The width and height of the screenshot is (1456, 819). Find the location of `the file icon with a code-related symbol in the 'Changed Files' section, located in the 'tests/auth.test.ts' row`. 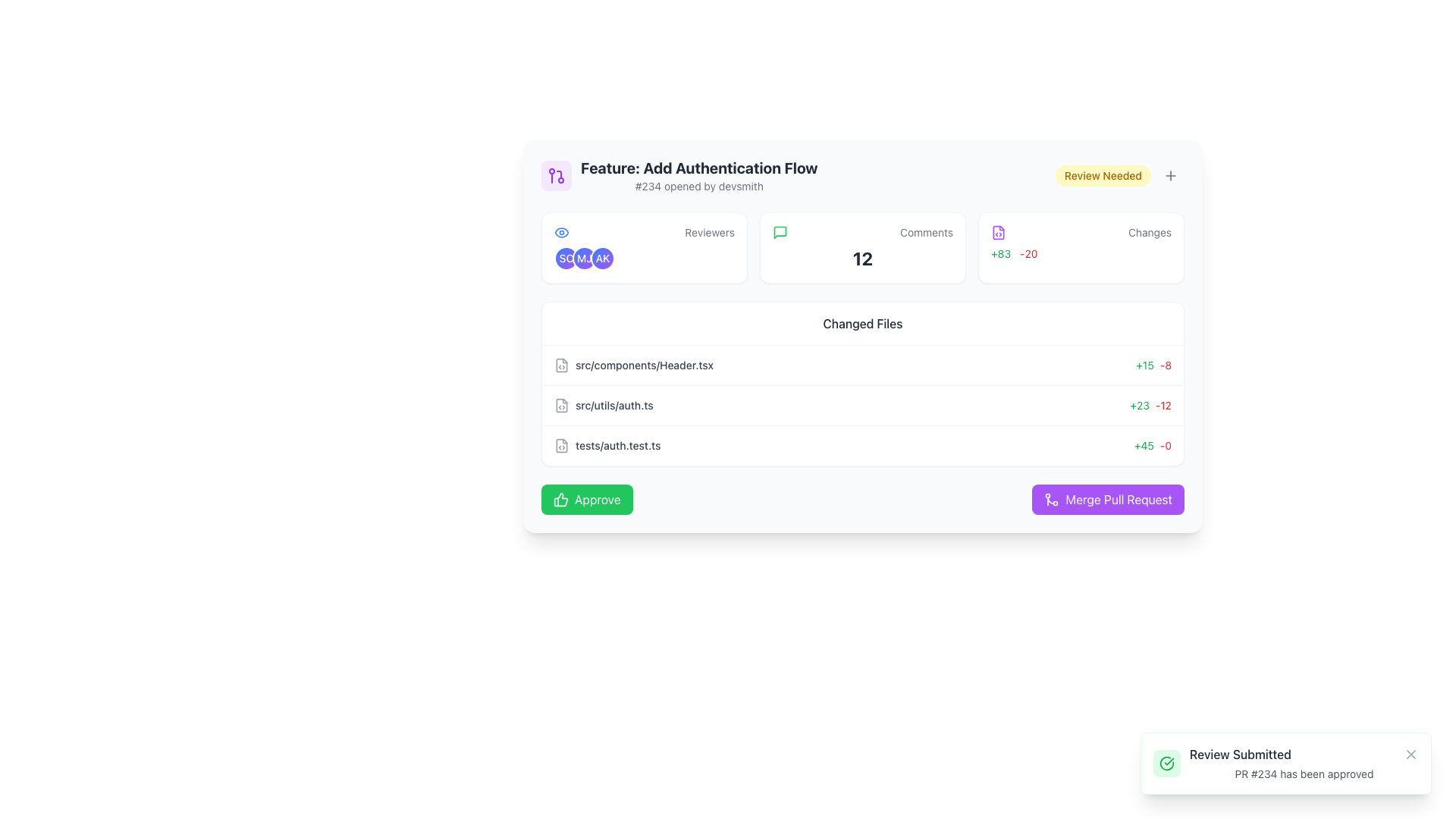

the file icon with a code-related symbol in the 'Changed Files' section, located in the 'tests/auth.test.ts' row is located at coordinates (560, 444).